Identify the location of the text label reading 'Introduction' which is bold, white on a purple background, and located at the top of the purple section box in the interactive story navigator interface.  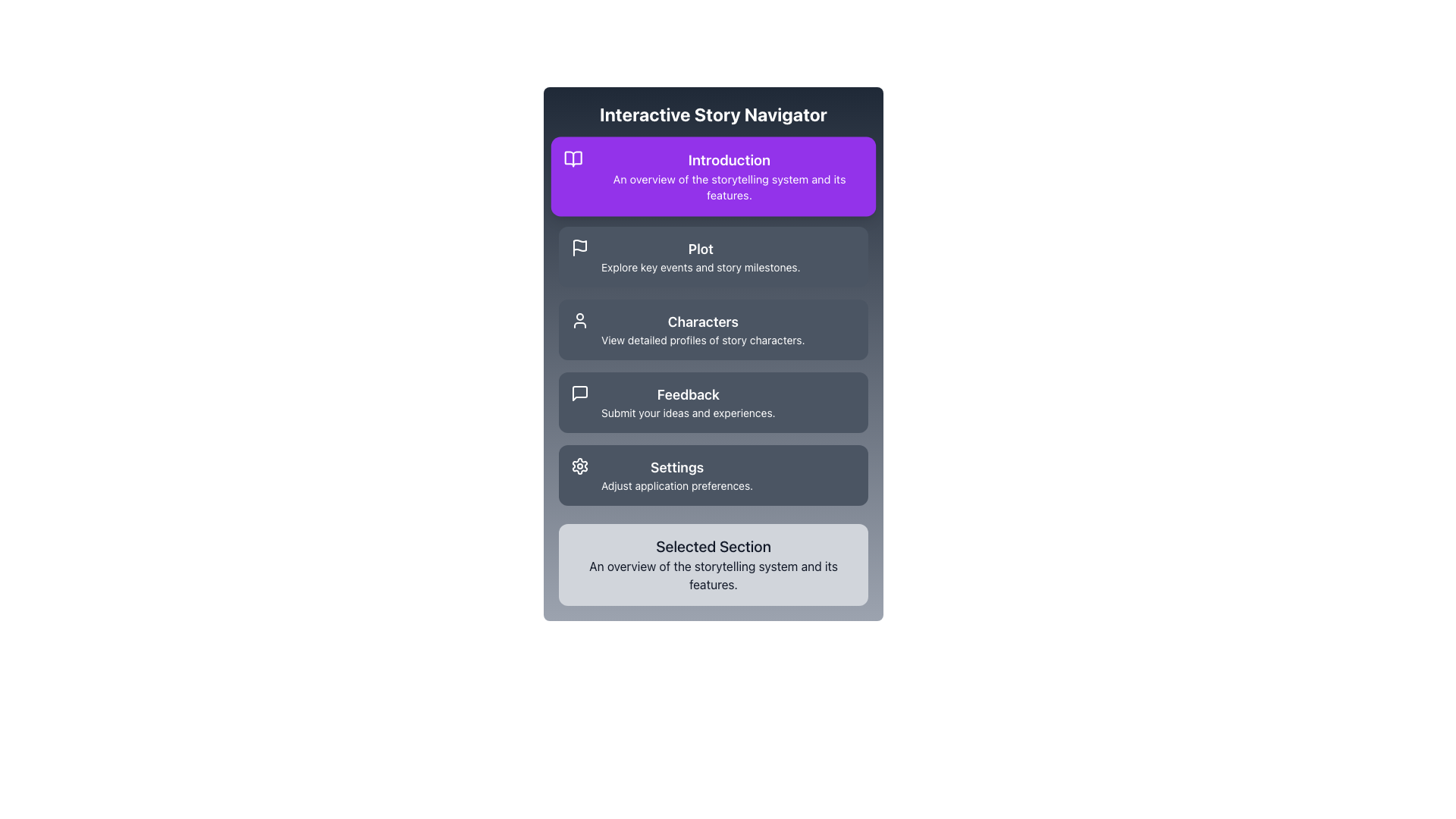
(729, 161).